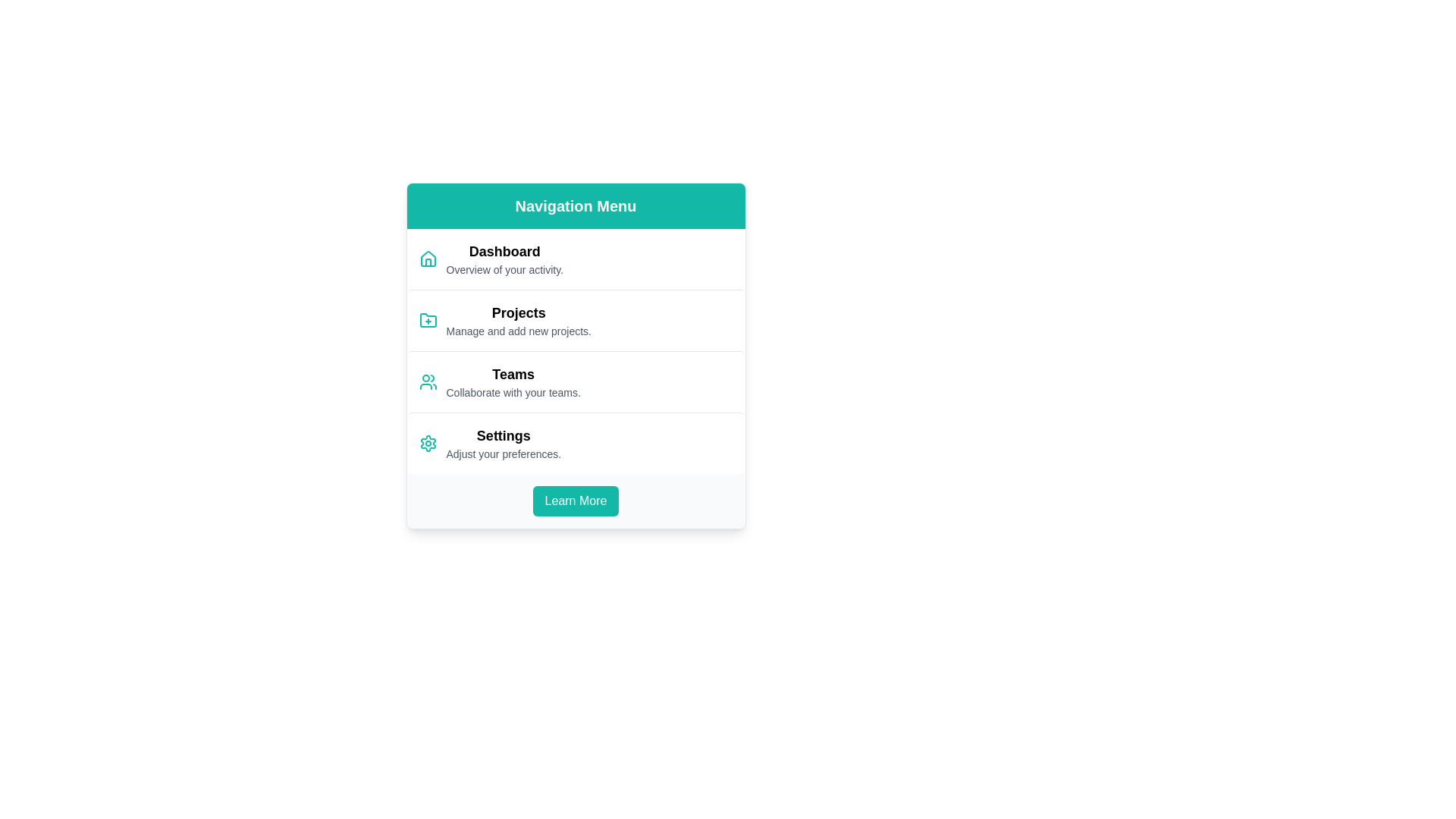  I want to click on the 'Dashboard' text label in the navigation menu, which serves as a title for that section, so click(504, 250).